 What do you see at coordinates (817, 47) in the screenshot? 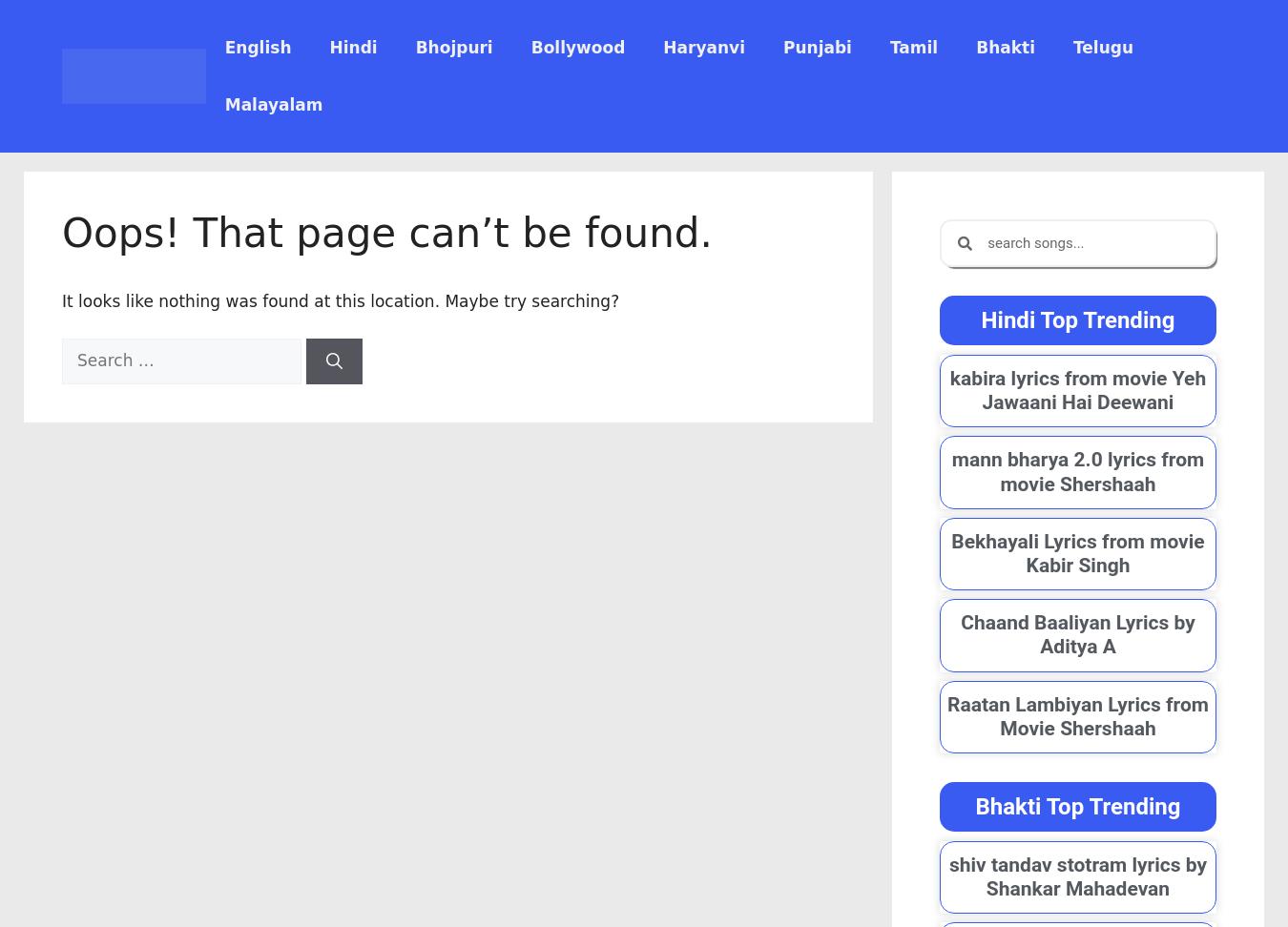
I see `'Punjabi'` at bounding box center [817, 47].